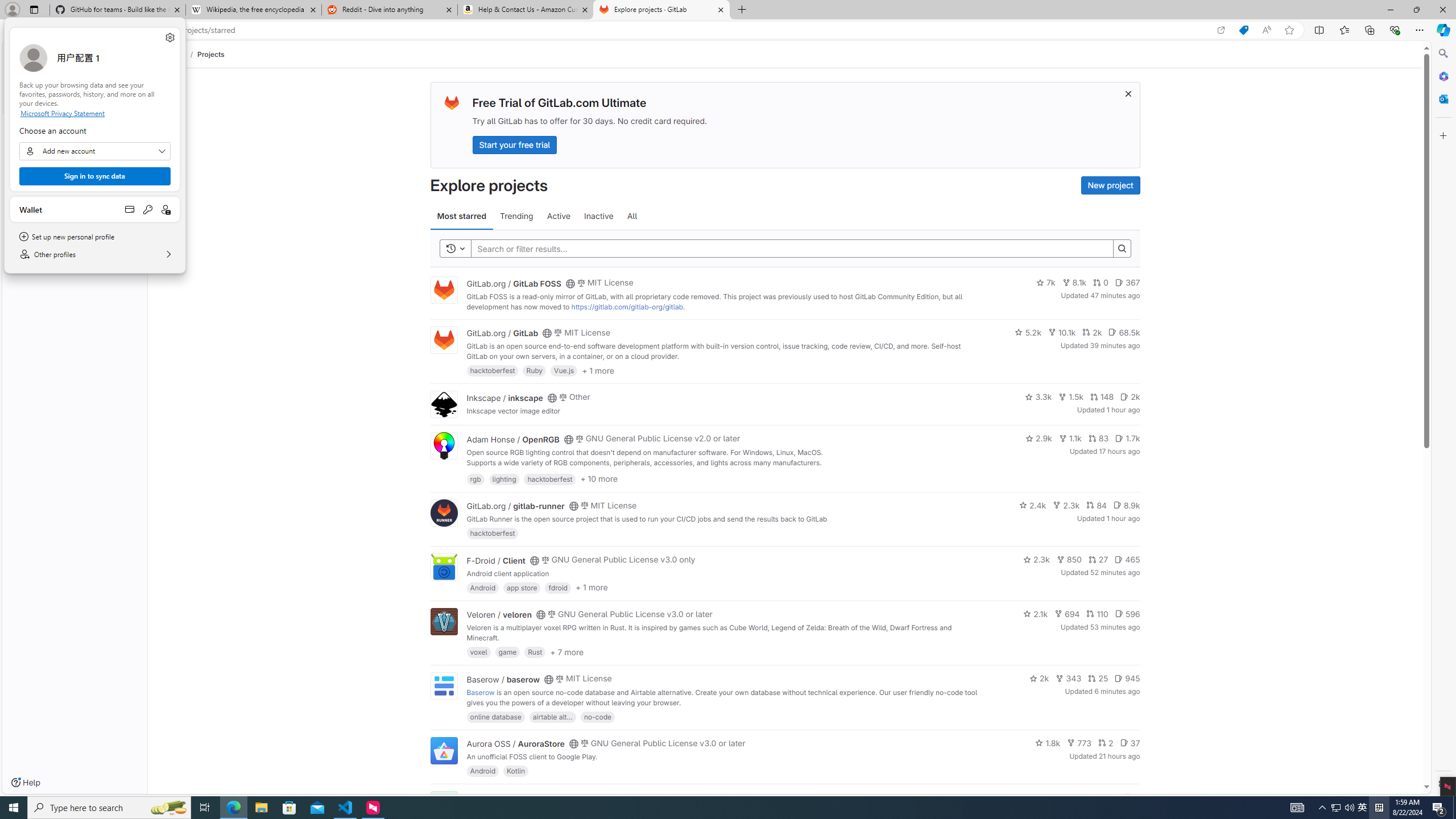 The image size is (1456, 819). What do you see at coordinates (559, 216) in the screenshot?
I see `'Active'` at bounding box center [559, 216].